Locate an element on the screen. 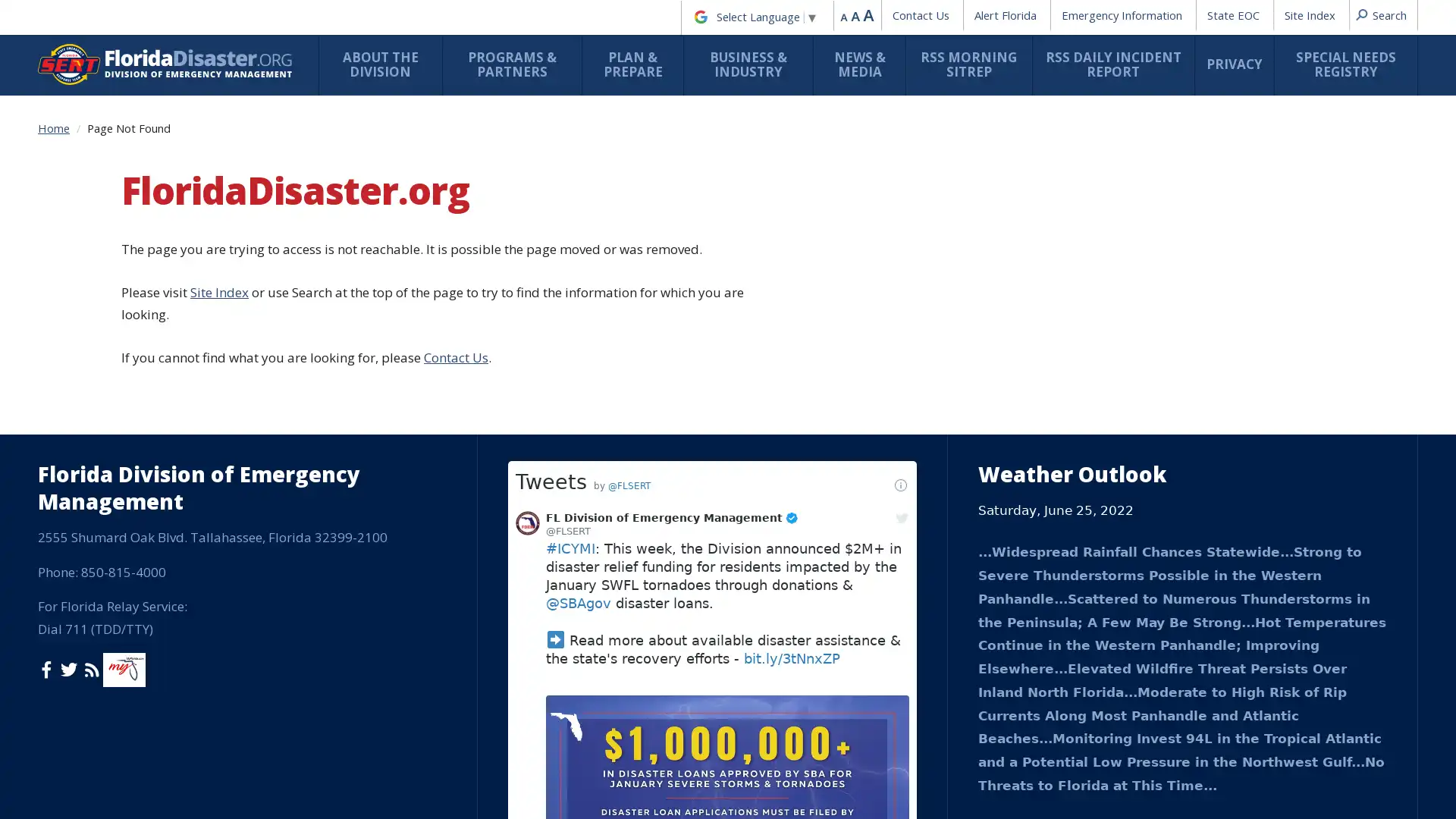 This screenshot has height=819, width=1456. Toggle More is located at coordinates (760, 580).